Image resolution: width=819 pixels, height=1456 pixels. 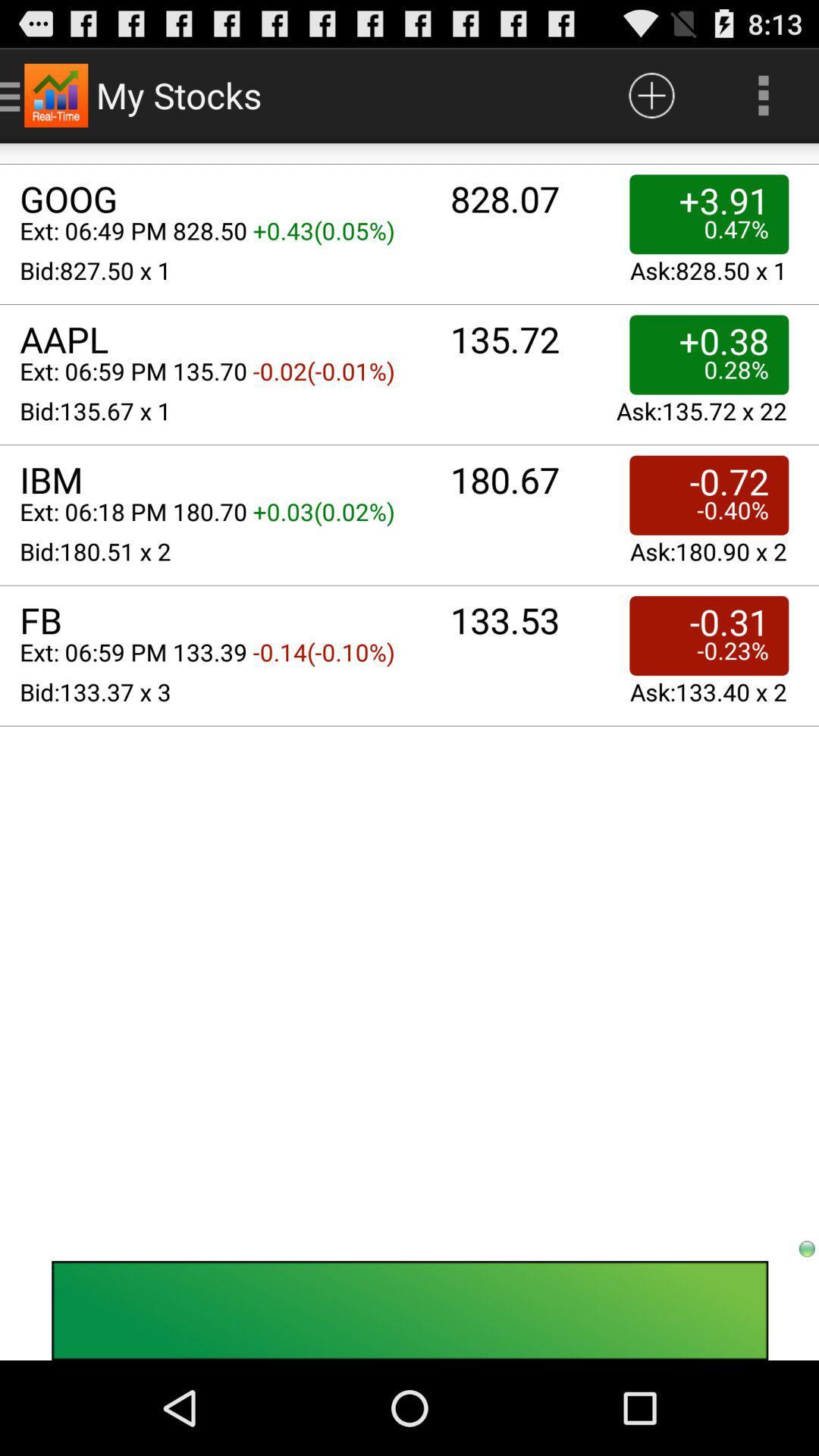 What do you see at coordinates (651, 94) in the screenshot?
I see `app above the +3.91 app` at bounding box center [651, 94].